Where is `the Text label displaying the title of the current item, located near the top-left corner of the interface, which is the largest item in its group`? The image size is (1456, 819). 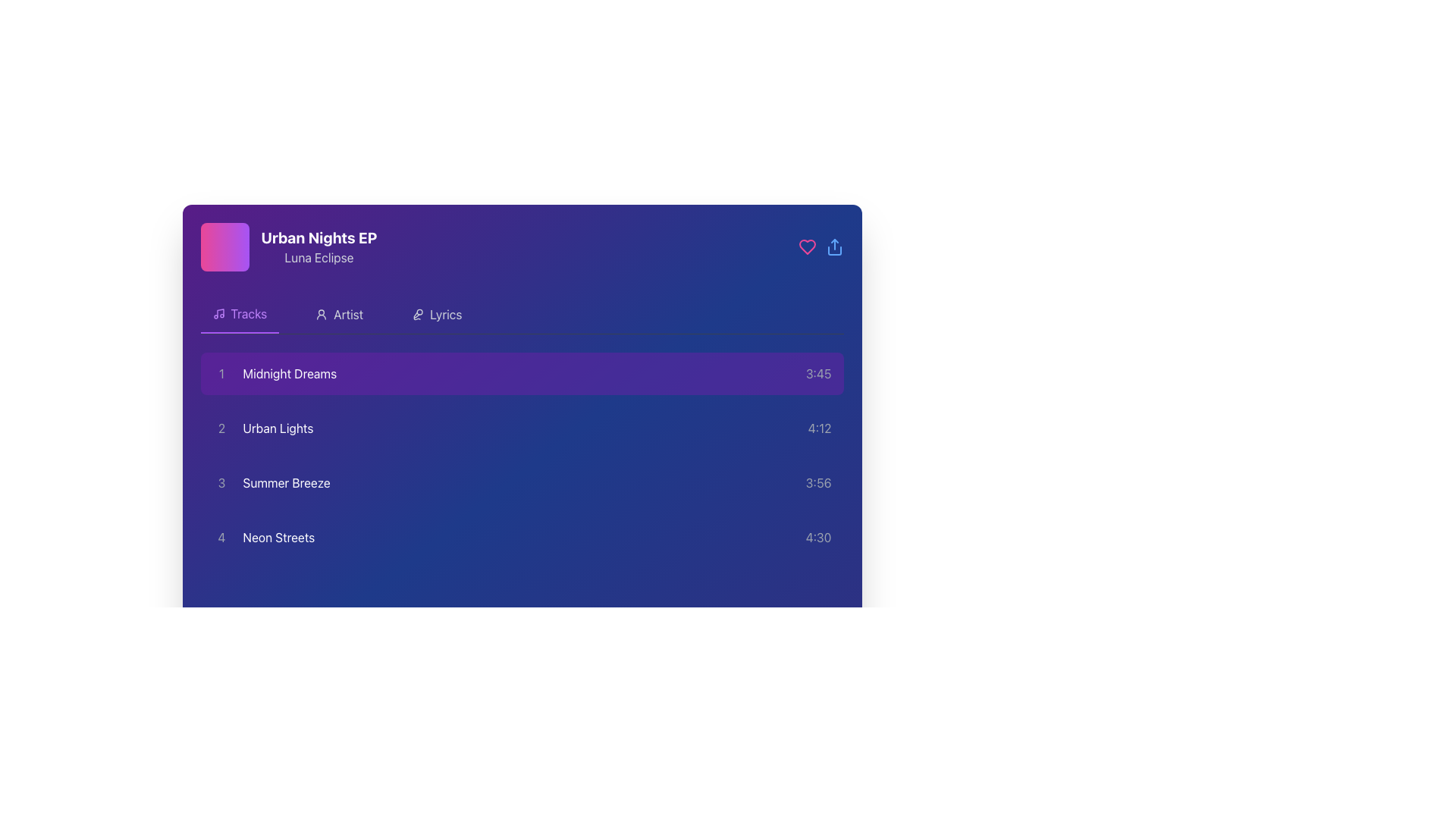 the Text label displaying the title of the current item, located near the top-left corner of the interface, which is the largest item in its group is located at coordinates (318, 237).